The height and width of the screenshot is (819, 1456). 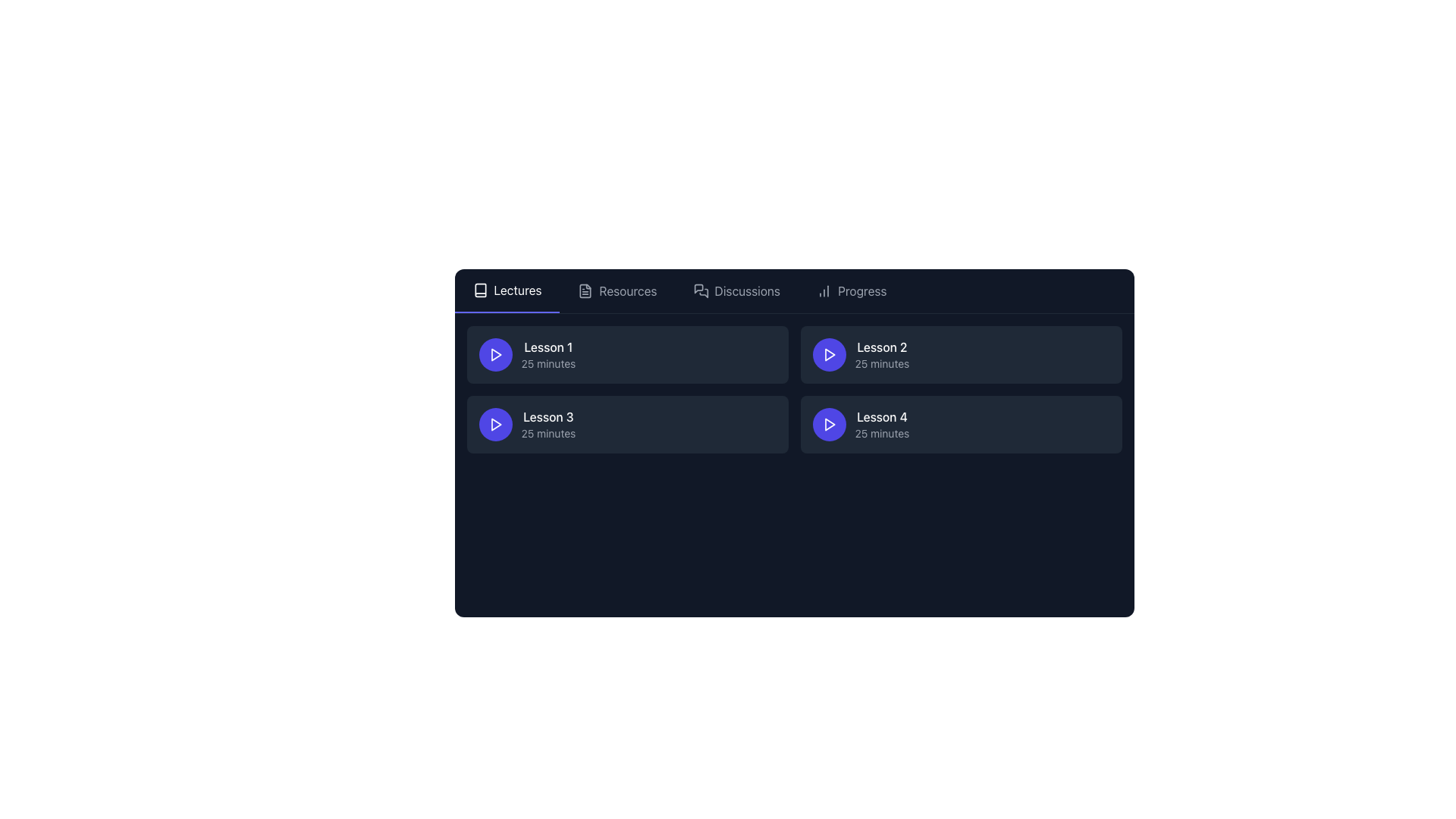 What do you see at coordinates (882, 354) in the screenshot?
I see `the text block element displaying 'Lesson 2' and '25 minutes' located in the second upper-right card of the lesson grid to interact with the lesson` at bounding box center [882, 354].